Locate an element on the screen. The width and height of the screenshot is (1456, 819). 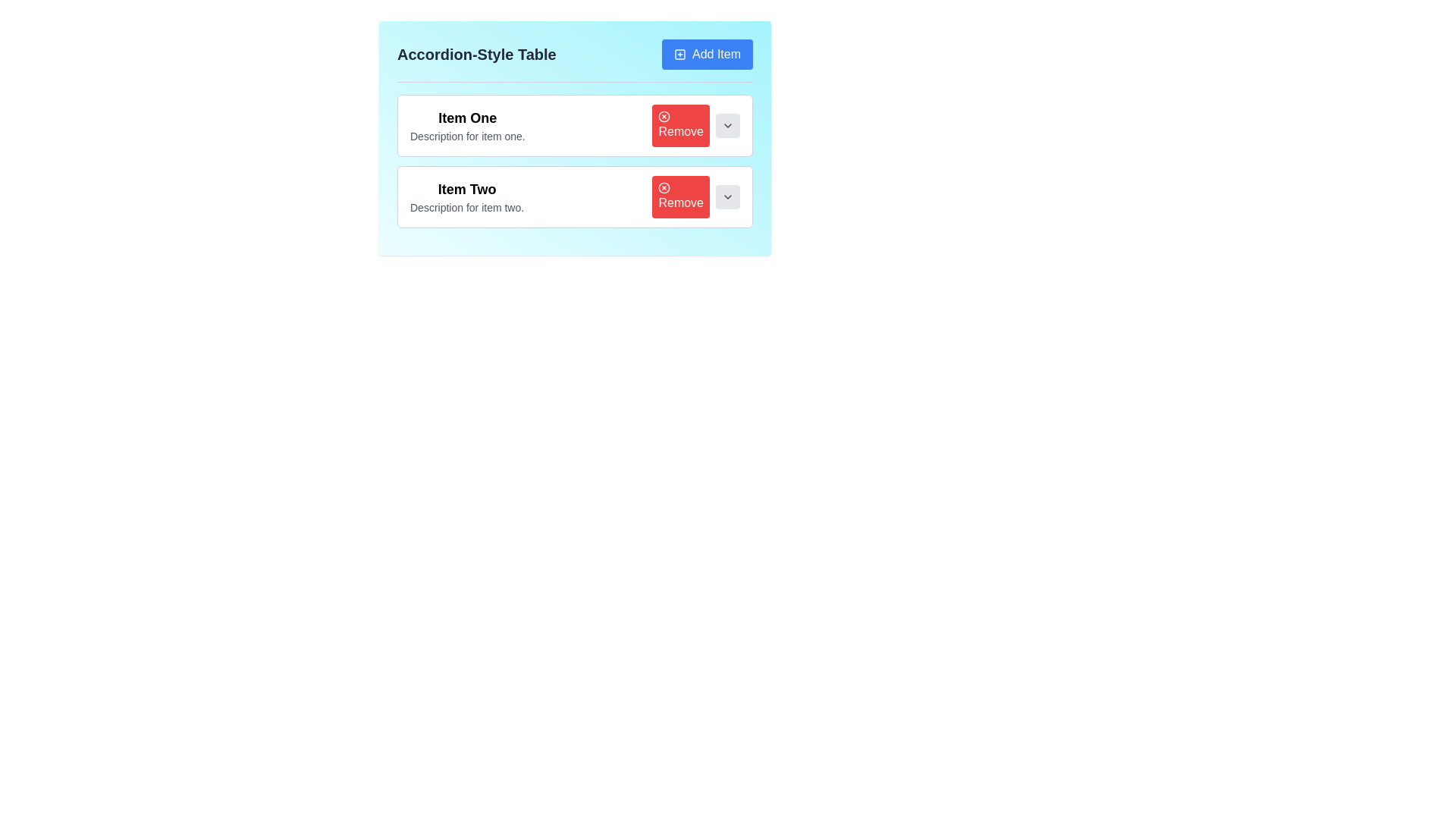
the chevron icon located to the right of the red 'Remove' button and horizontally aligned with the text label 'Item One' in the collapsible control is located at coordinates (728, 196).